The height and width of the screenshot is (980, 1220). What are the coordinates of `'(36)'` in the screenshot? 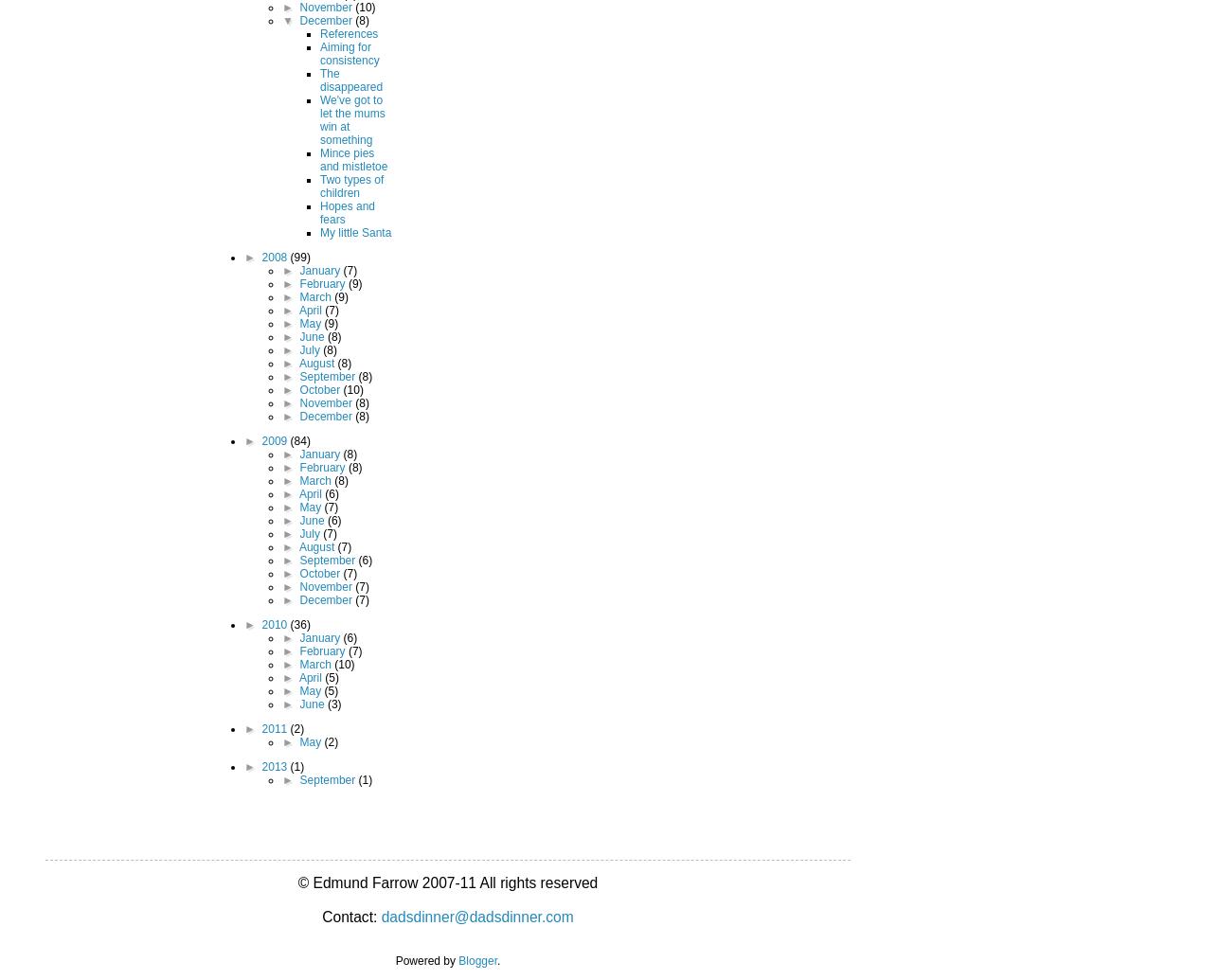 It's located at (290, 622).